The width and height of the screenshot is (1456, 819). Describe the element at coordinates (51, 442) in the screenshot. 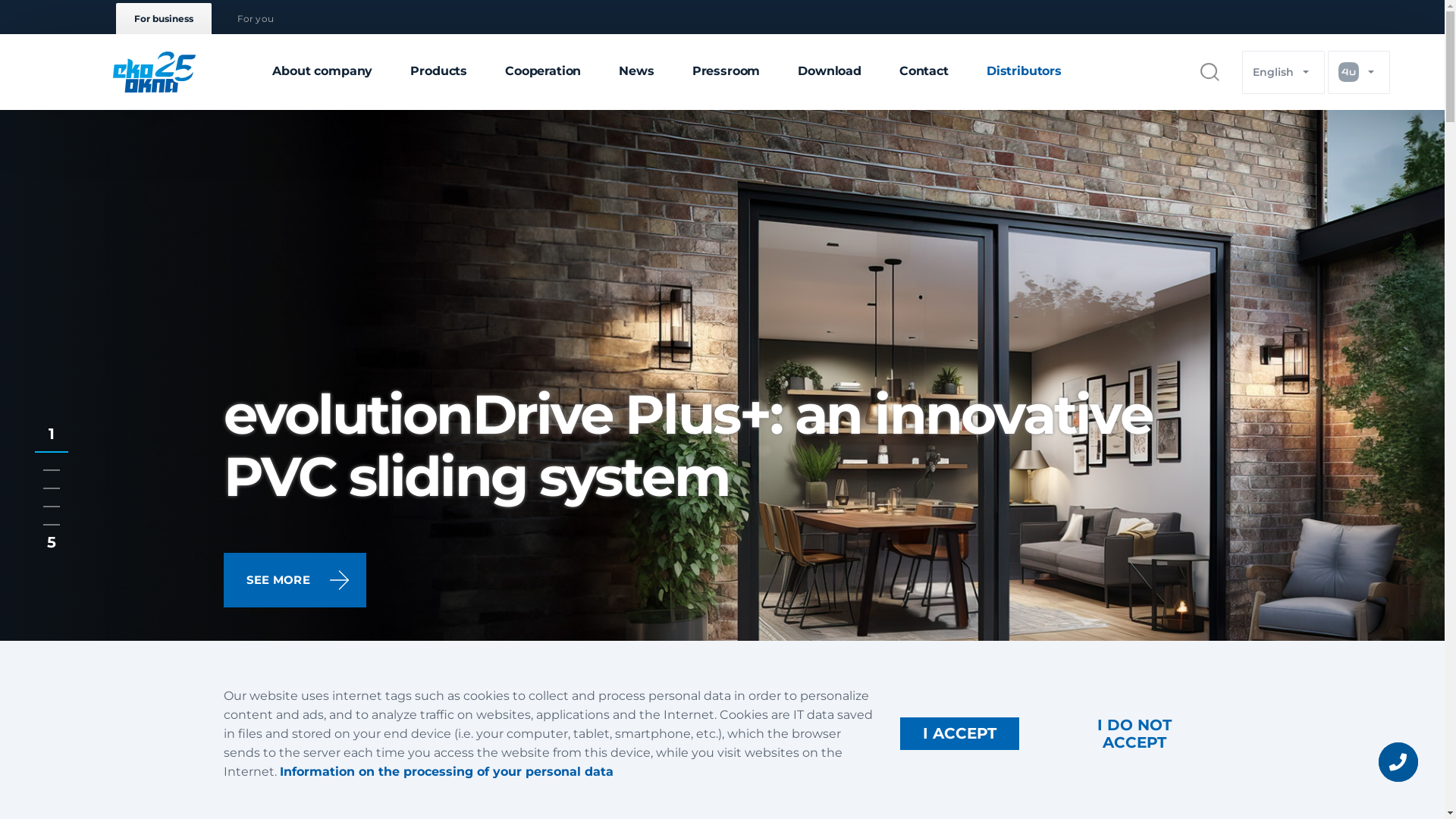

I see `'1'` at that location.